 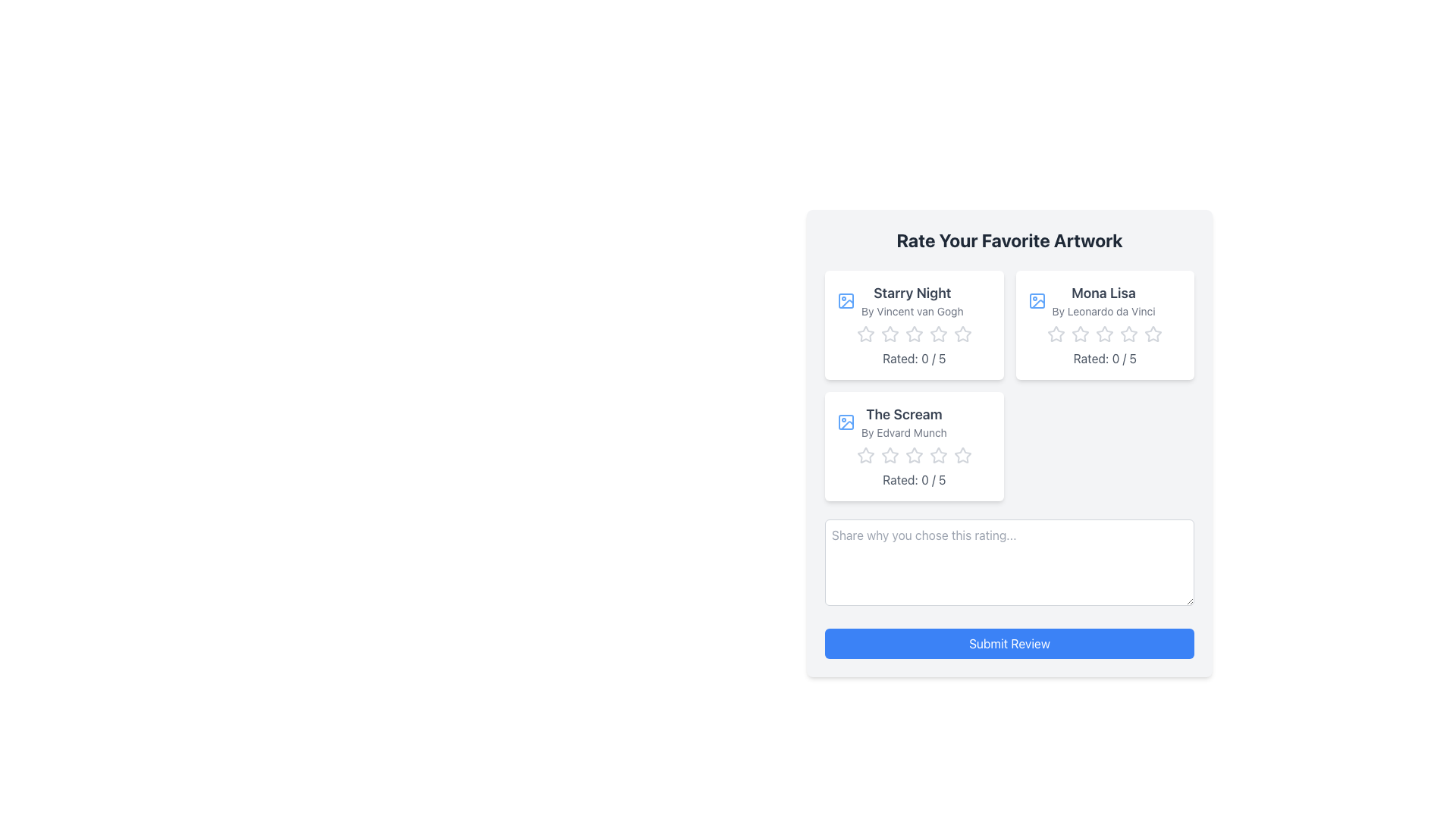 What do you see at coordinates (913, 359) in the screenshot?
I see `the text label displaying 'Rated: 0 / 5' located below the star rating component for the artwork 'Starry Night By Vincent van Gogh'` at bounding box center [913, 359].